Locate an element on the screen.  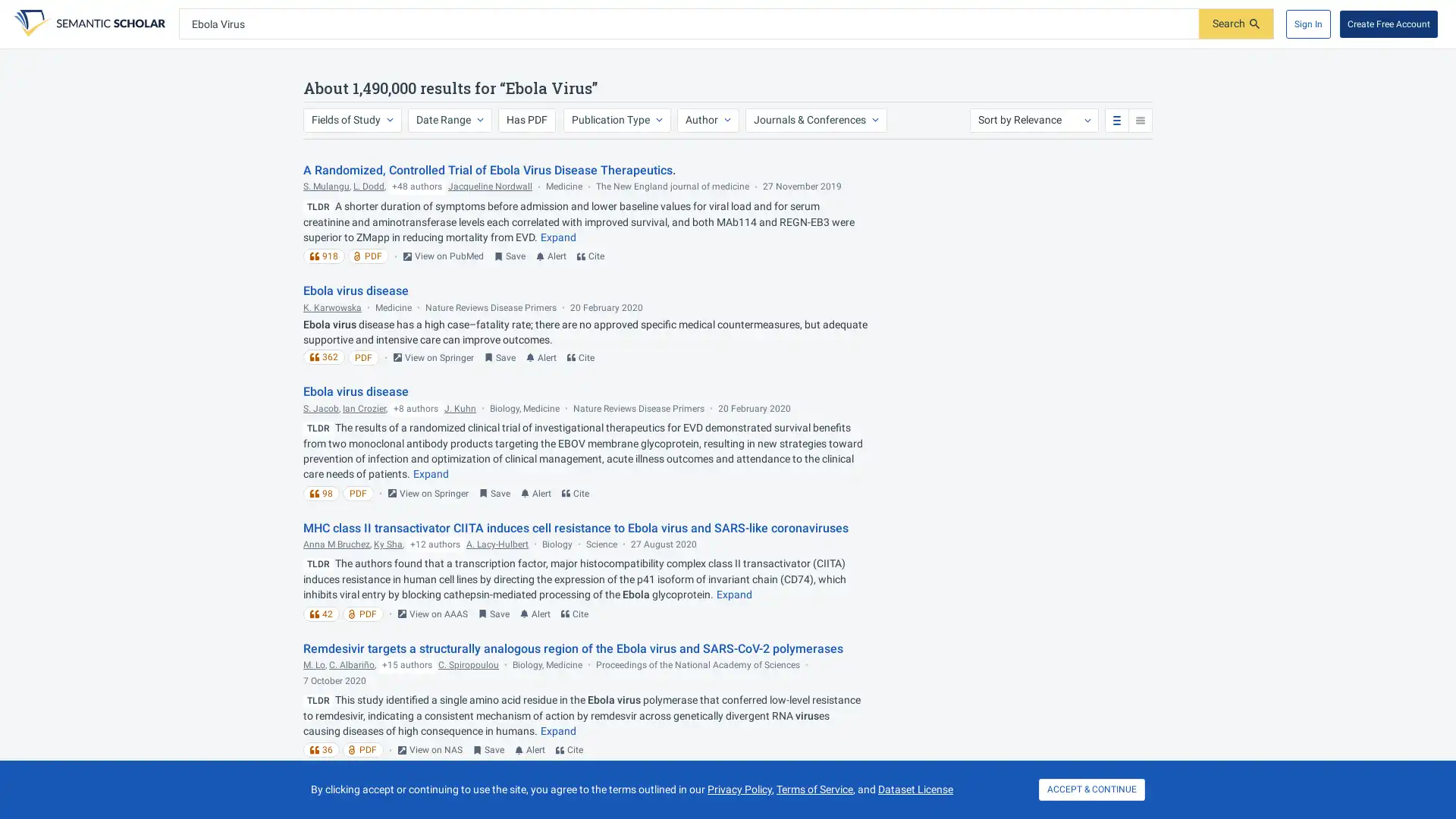
Cite this paper is located at coordinates (568, 748).